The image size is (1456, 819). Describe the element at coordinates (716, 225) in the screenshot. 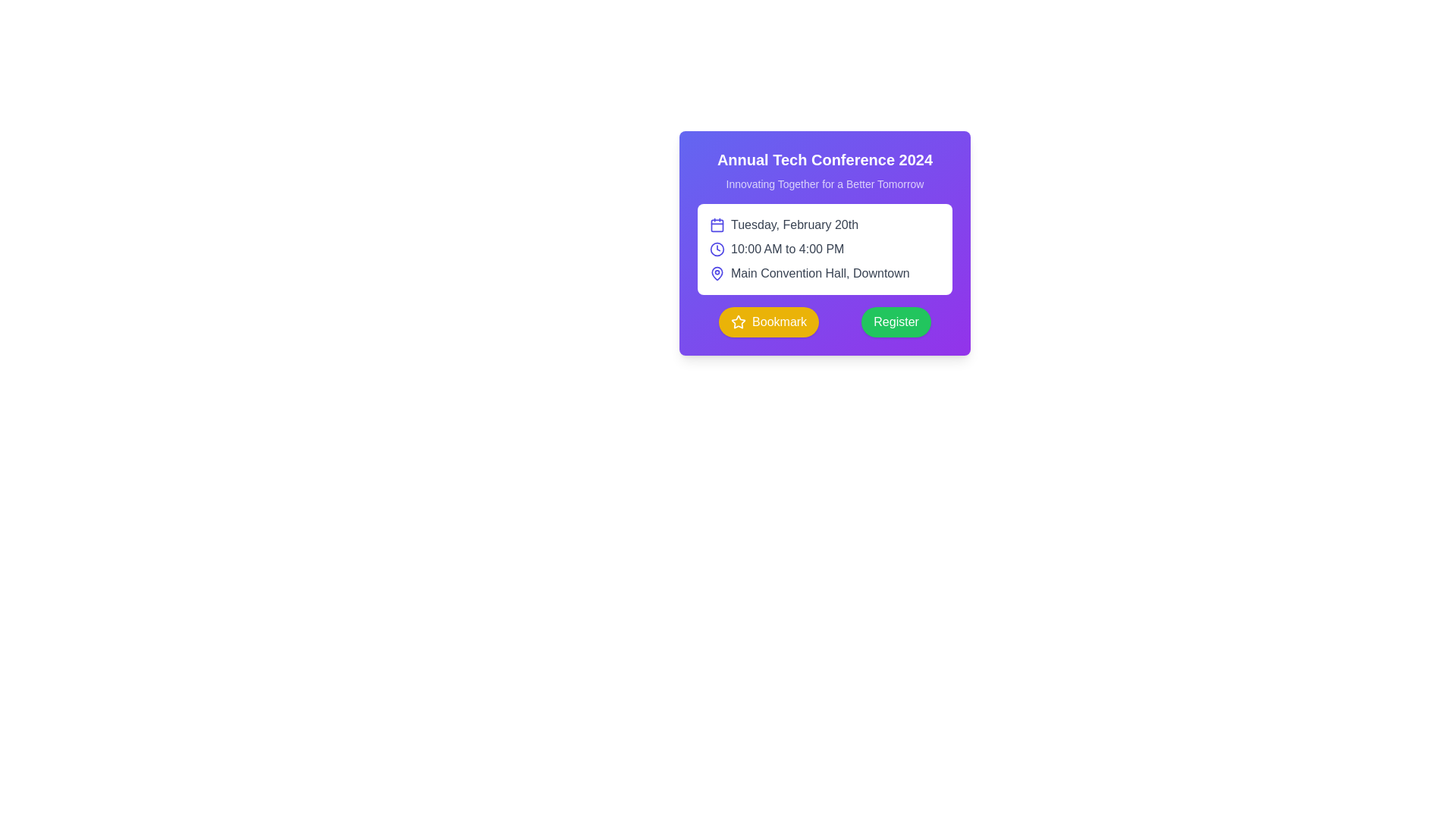

I see `the graphical component of the SVG calendar icon located in the top-left section of the details card, adjacent to the text 'Tuesday, February 20th.'` at that location.